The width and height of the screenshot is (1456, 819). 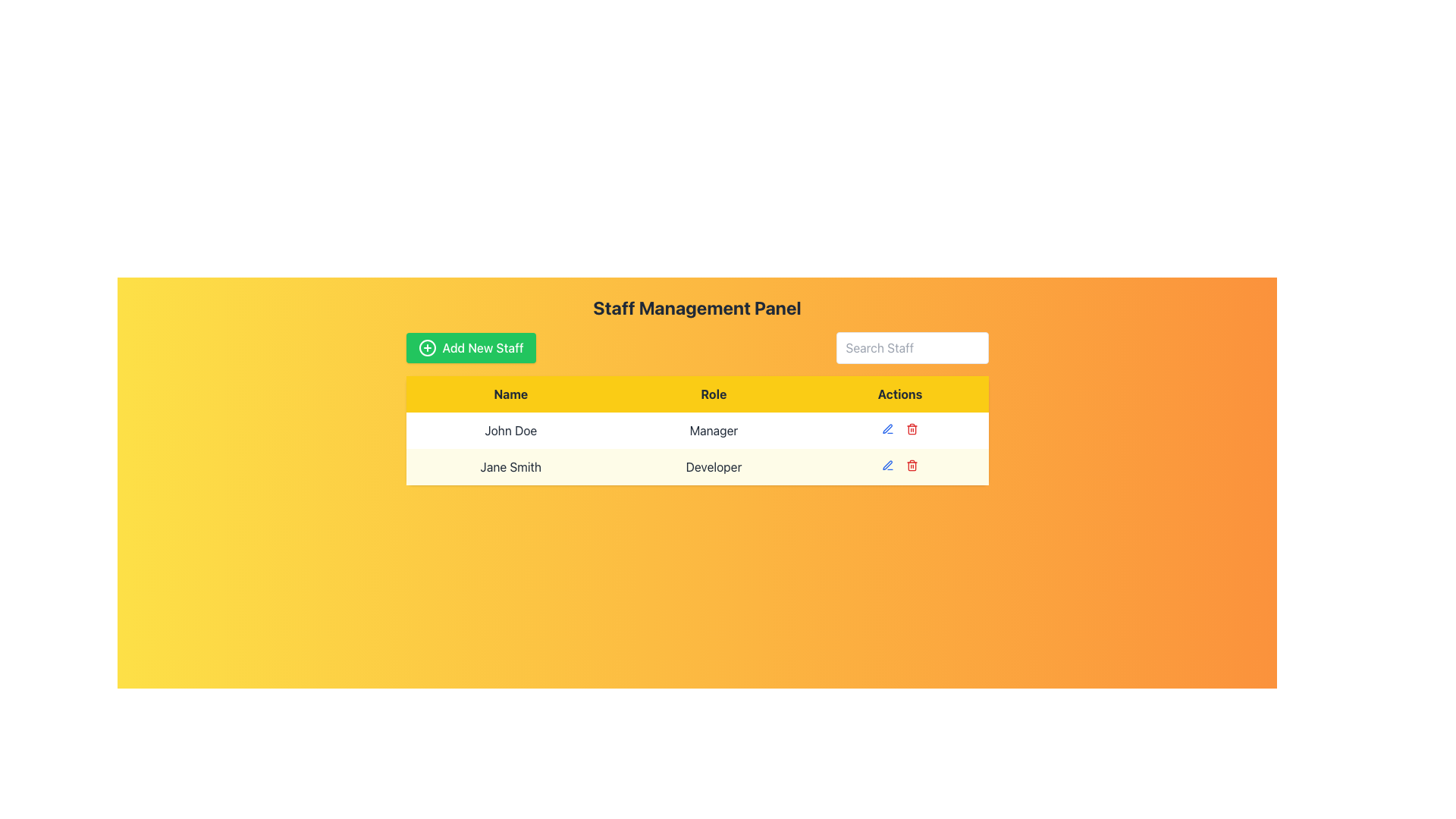 What do you see at coordinates (713, 394) in the screenshot?
I see `the 'Role' text header element, which is the second column header in a three-column layout` at bounding box center [713, 394].